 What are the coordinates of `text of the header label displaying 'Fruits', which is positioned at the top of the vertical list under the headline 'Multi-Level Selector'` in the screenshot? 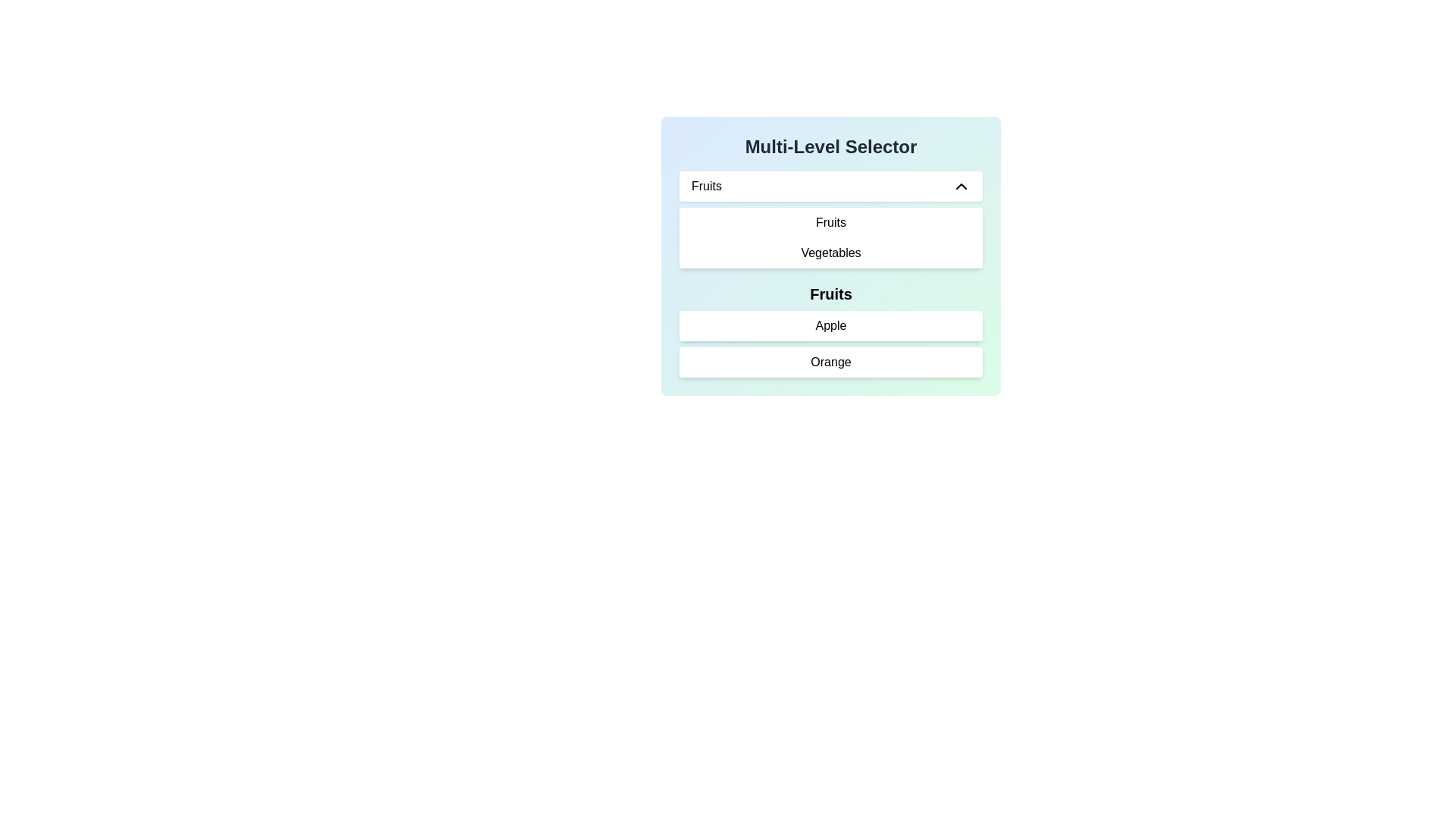 It's located at (830, 329).